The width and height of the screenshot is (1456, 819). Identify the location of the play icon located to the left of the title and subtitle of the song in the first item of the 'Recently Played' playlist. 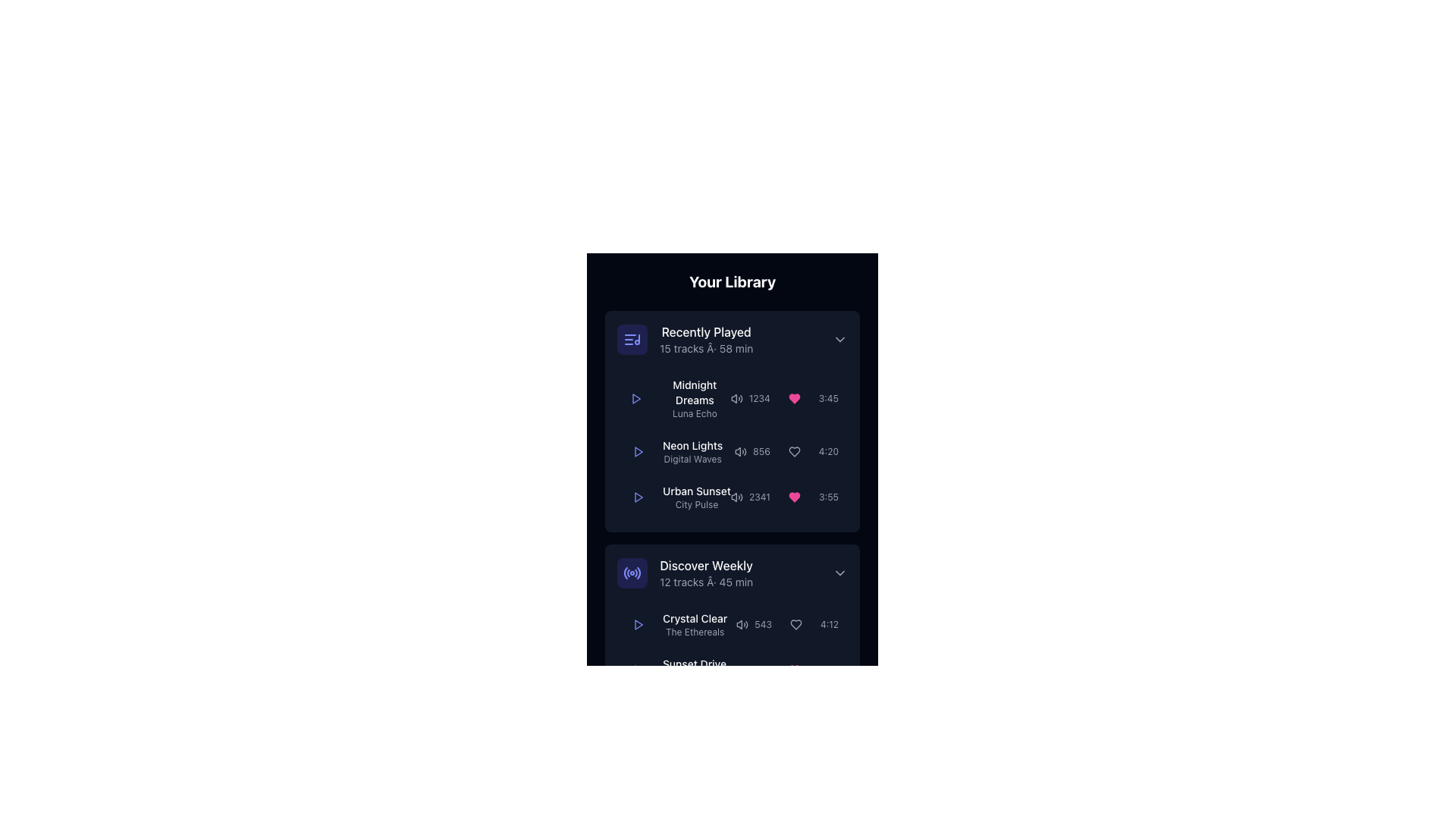
(677, 397).